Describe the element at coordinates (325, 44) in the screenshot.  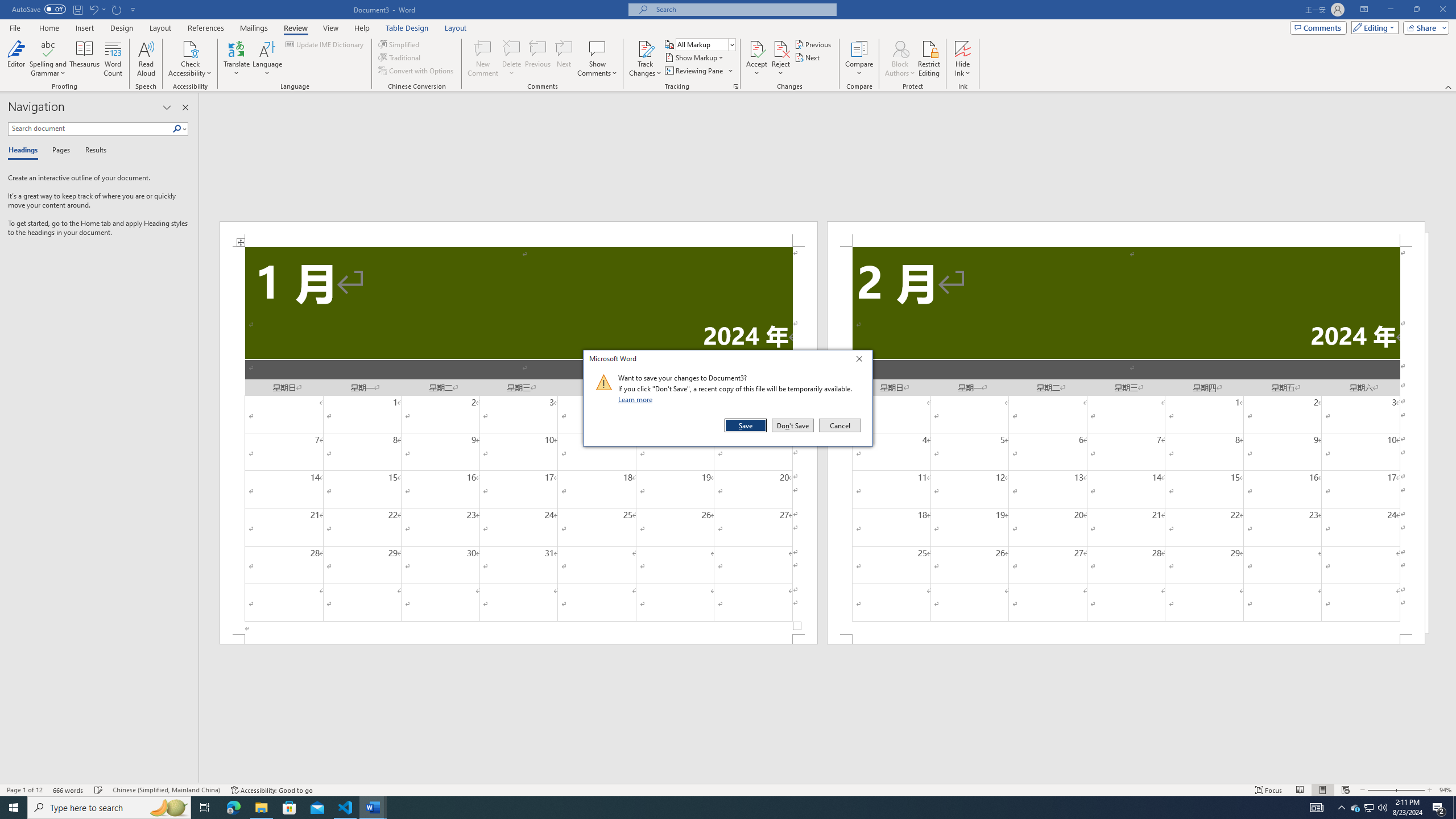
I see `'Update IME Dictionary...'` at that location.